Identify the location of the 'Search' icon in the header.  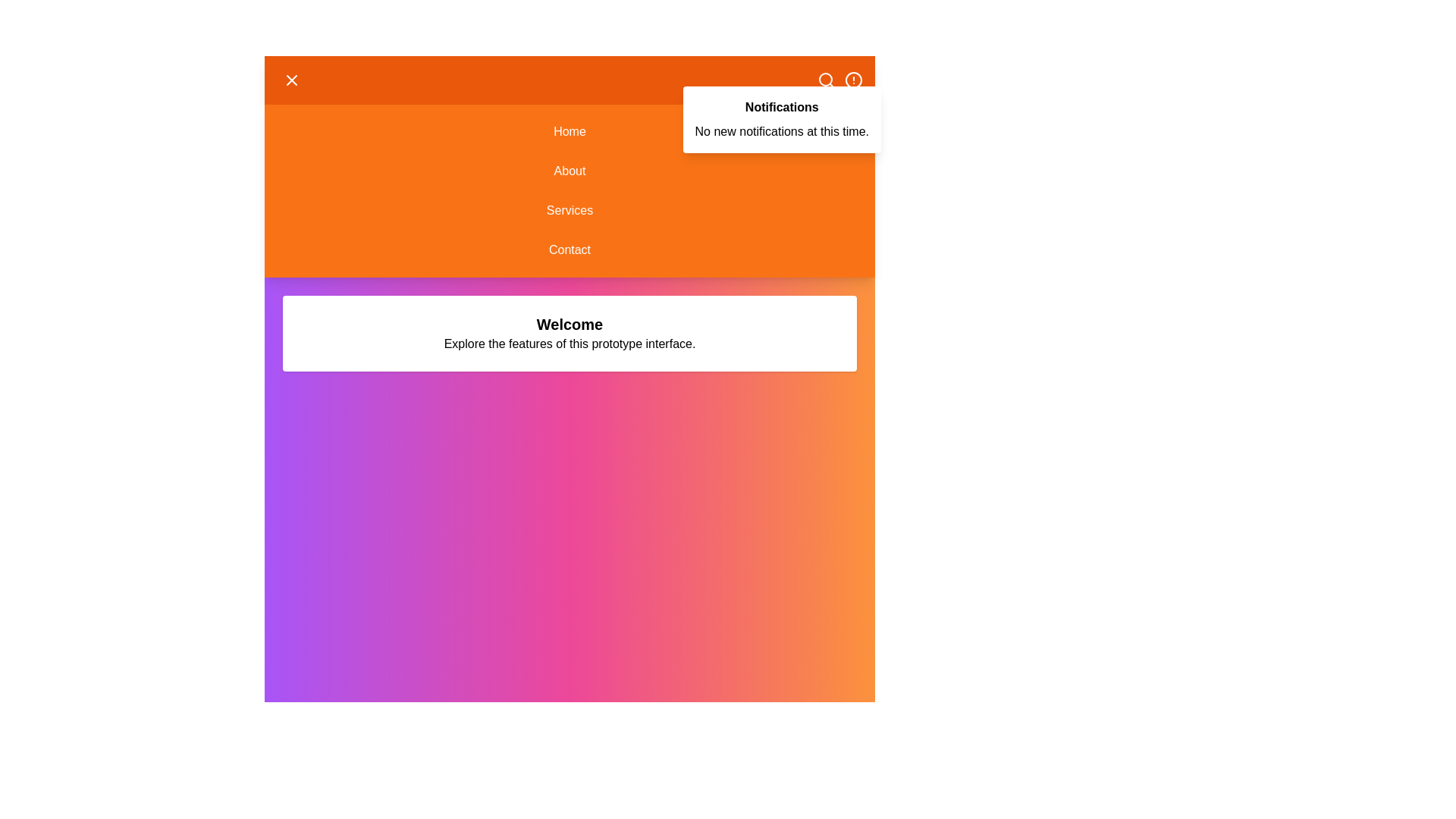
(825, 80).